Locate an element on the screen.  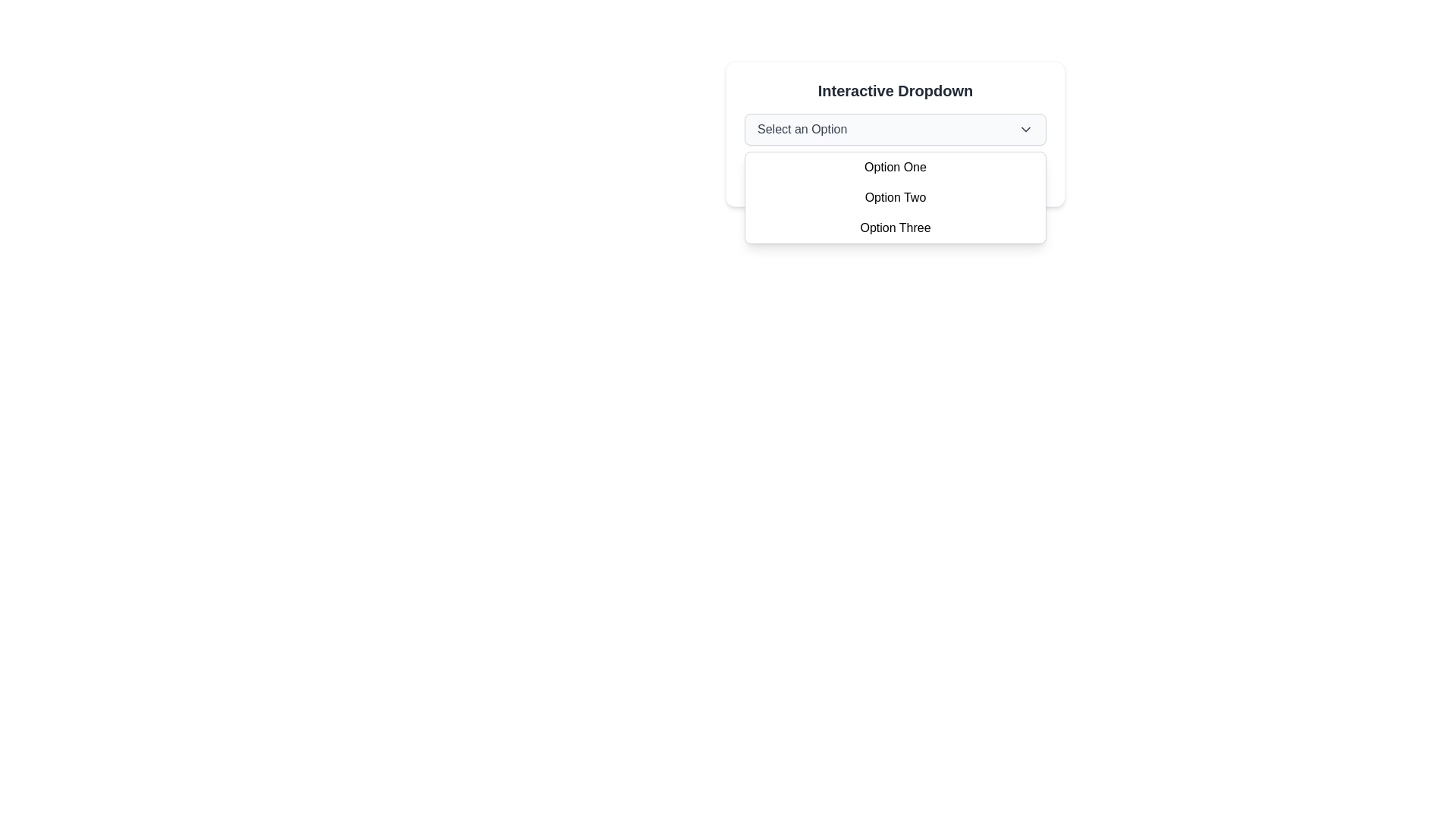
the 'Interactive Dropdown' menu is located at coordinates (895, 133).